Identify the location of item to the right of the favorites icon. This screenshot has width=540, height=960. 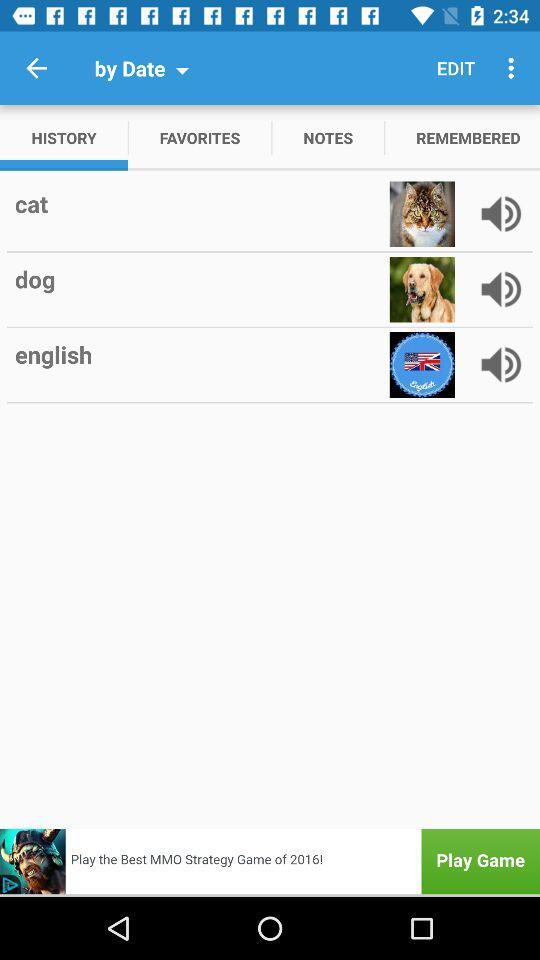
(328, 136).